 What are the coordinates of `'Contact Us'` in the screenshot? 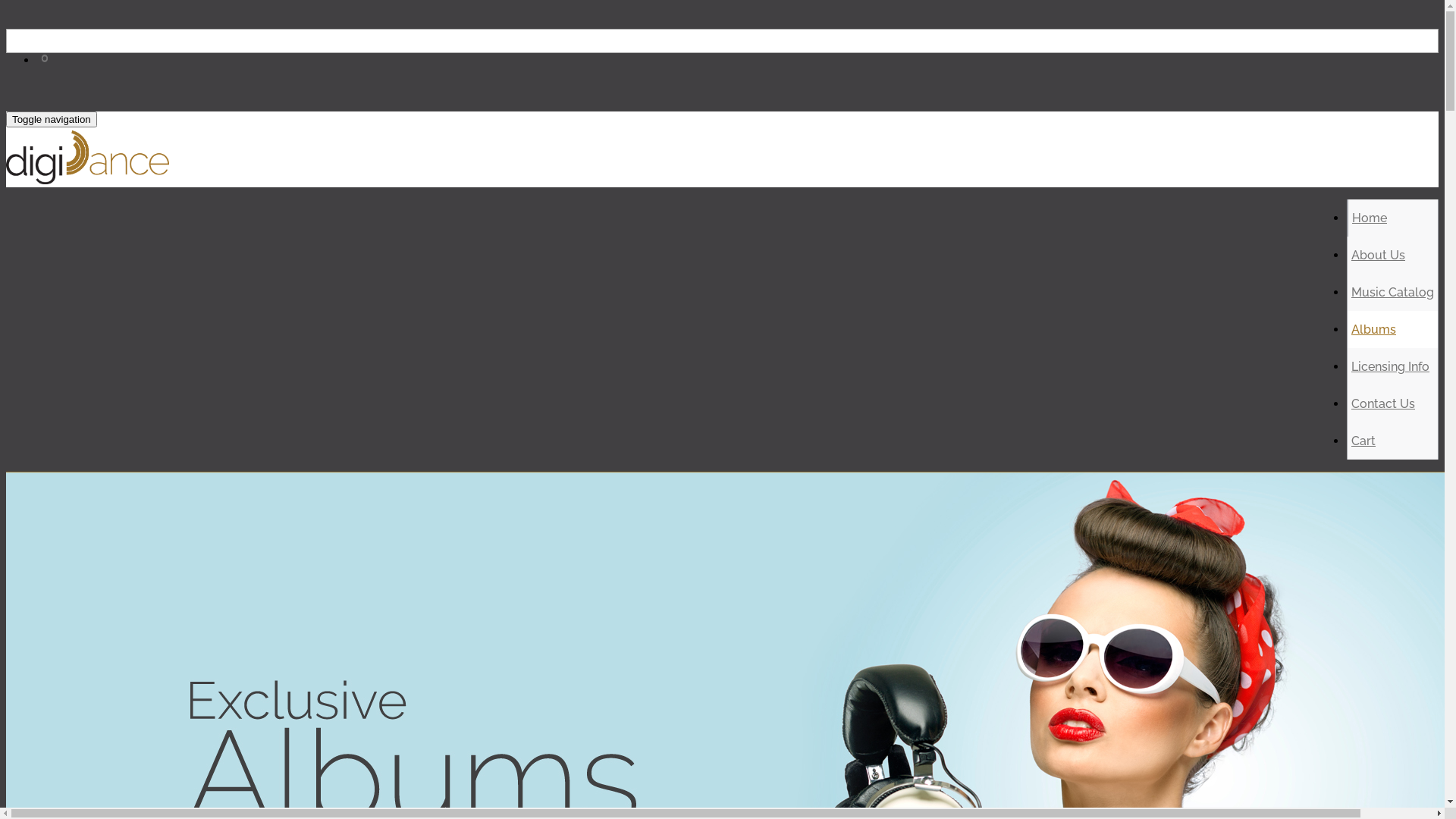 It's located at (1351, 403).